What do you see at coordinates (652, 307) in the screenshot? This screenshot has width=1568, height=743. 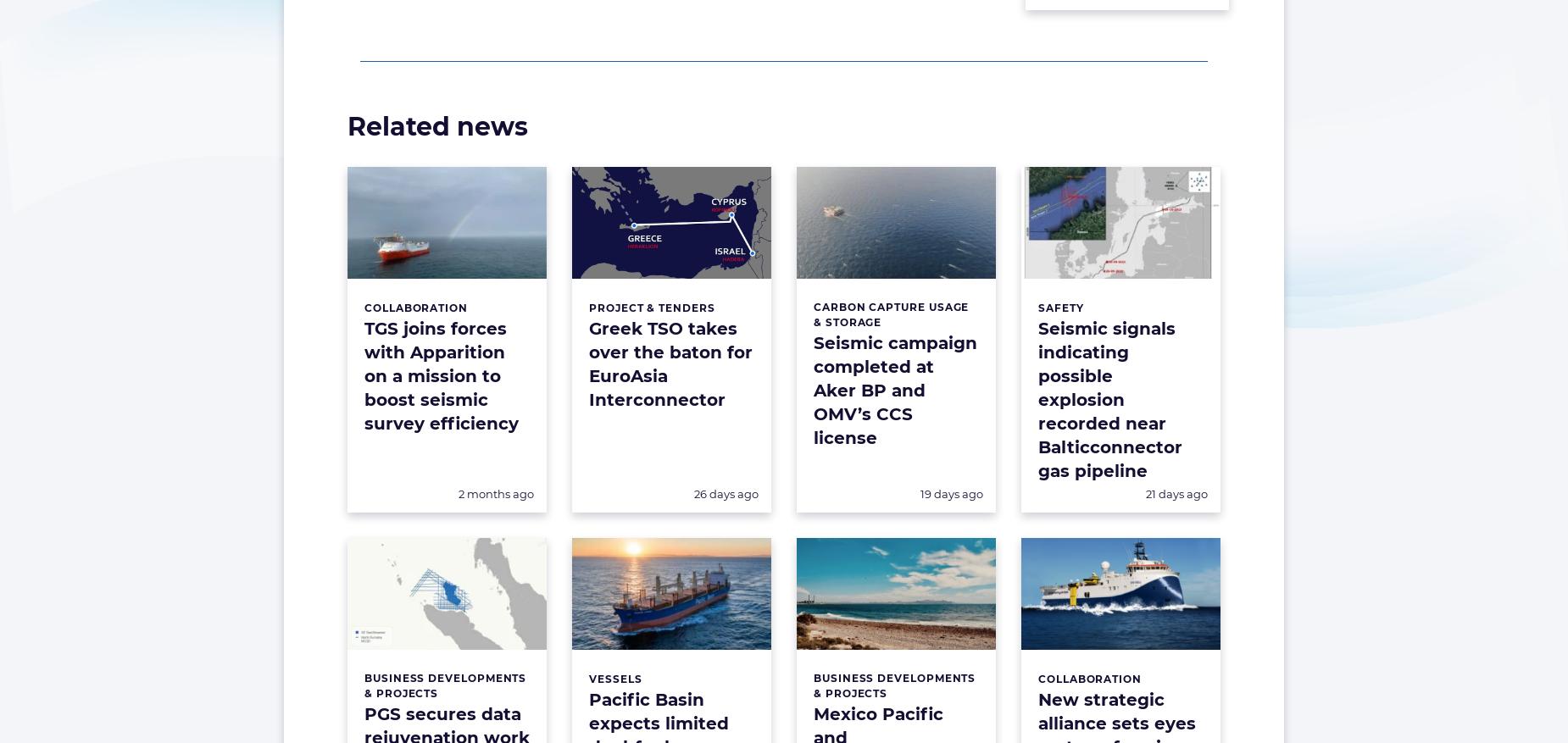 I see `'Project & Tenders'` at bounding box center [652, 307].